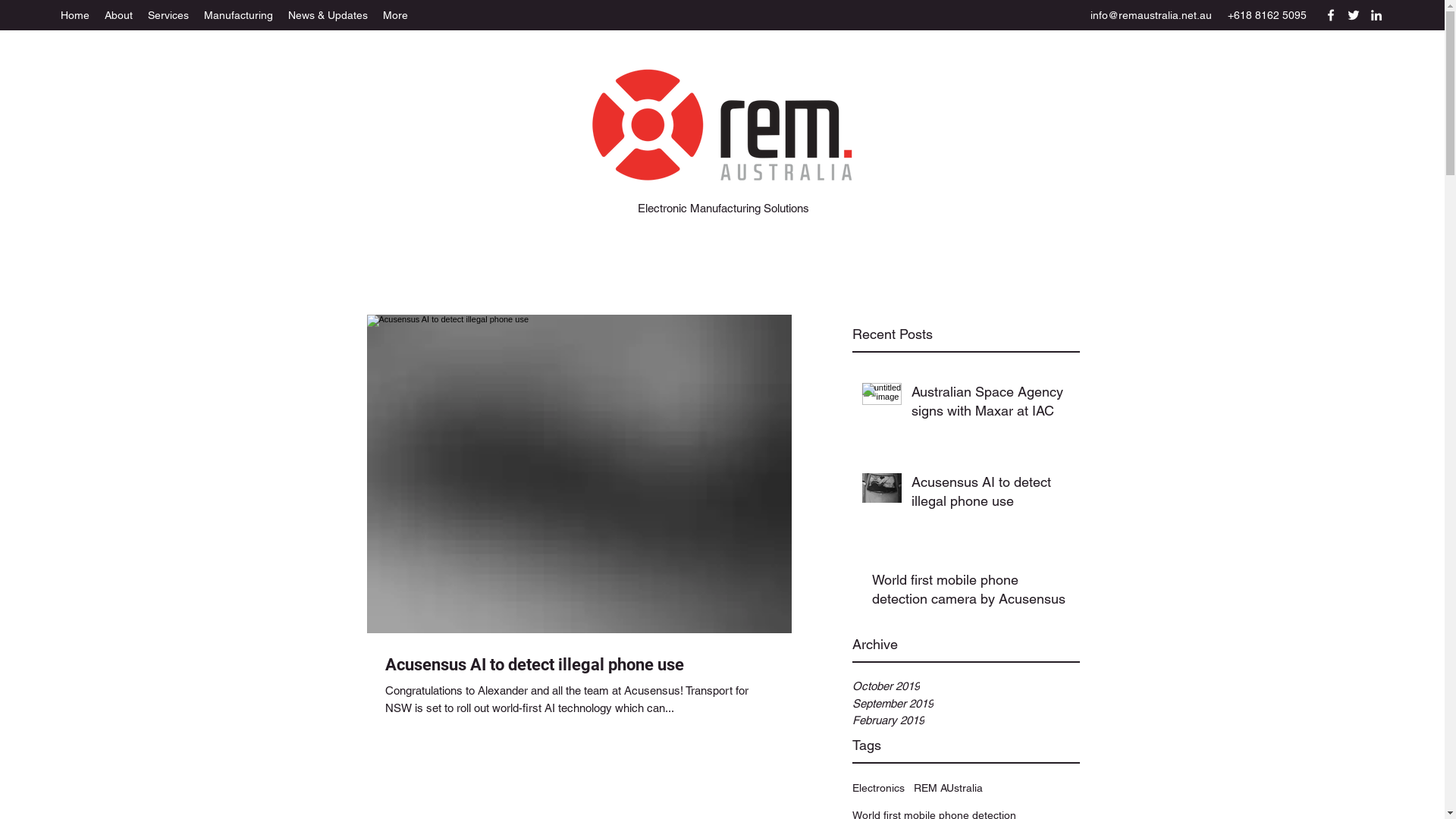 The image size is (1456, 819). What do you see at coordinates (852, 704) in the screenshot?
I see `'September 2019'` at bounding box center [852, 704].